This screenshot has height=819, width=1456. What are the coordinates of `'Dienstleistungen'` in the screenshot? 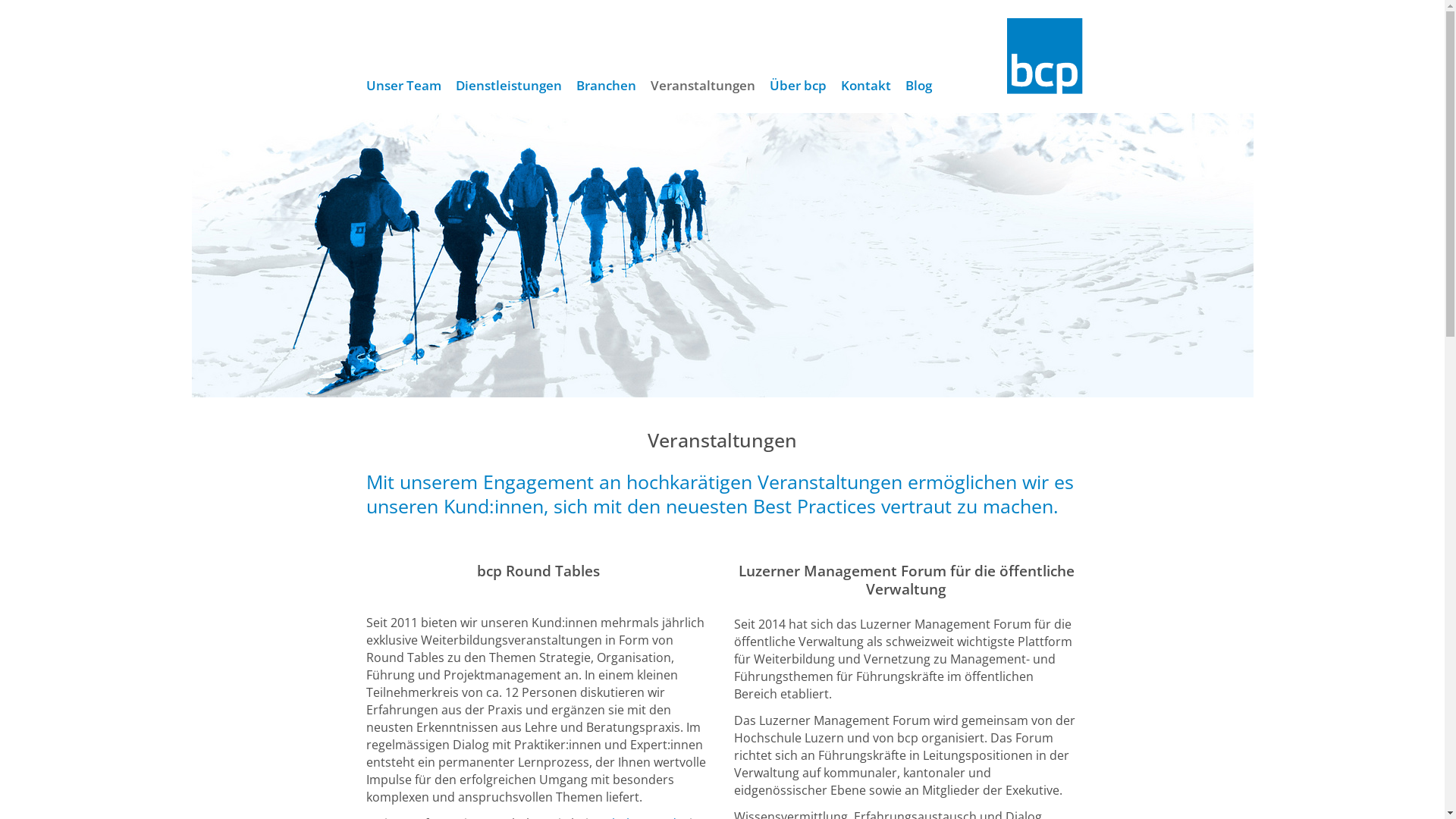 It's located at (509, 85).